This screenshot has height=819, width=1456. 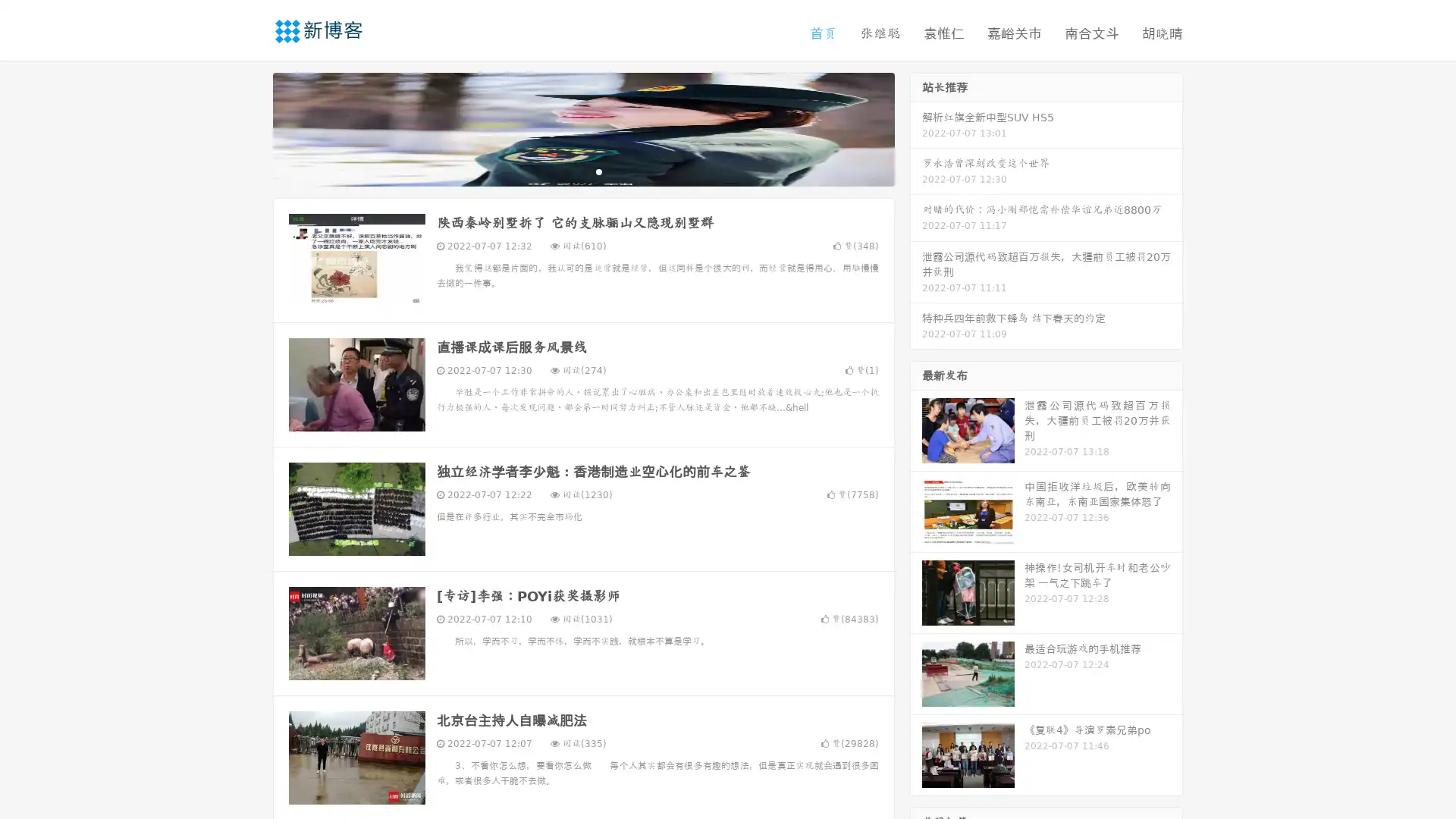 What do you see at coordinates (916, 127) in the screenshot?
I see `Next slide` at bounding box center [916, 127].